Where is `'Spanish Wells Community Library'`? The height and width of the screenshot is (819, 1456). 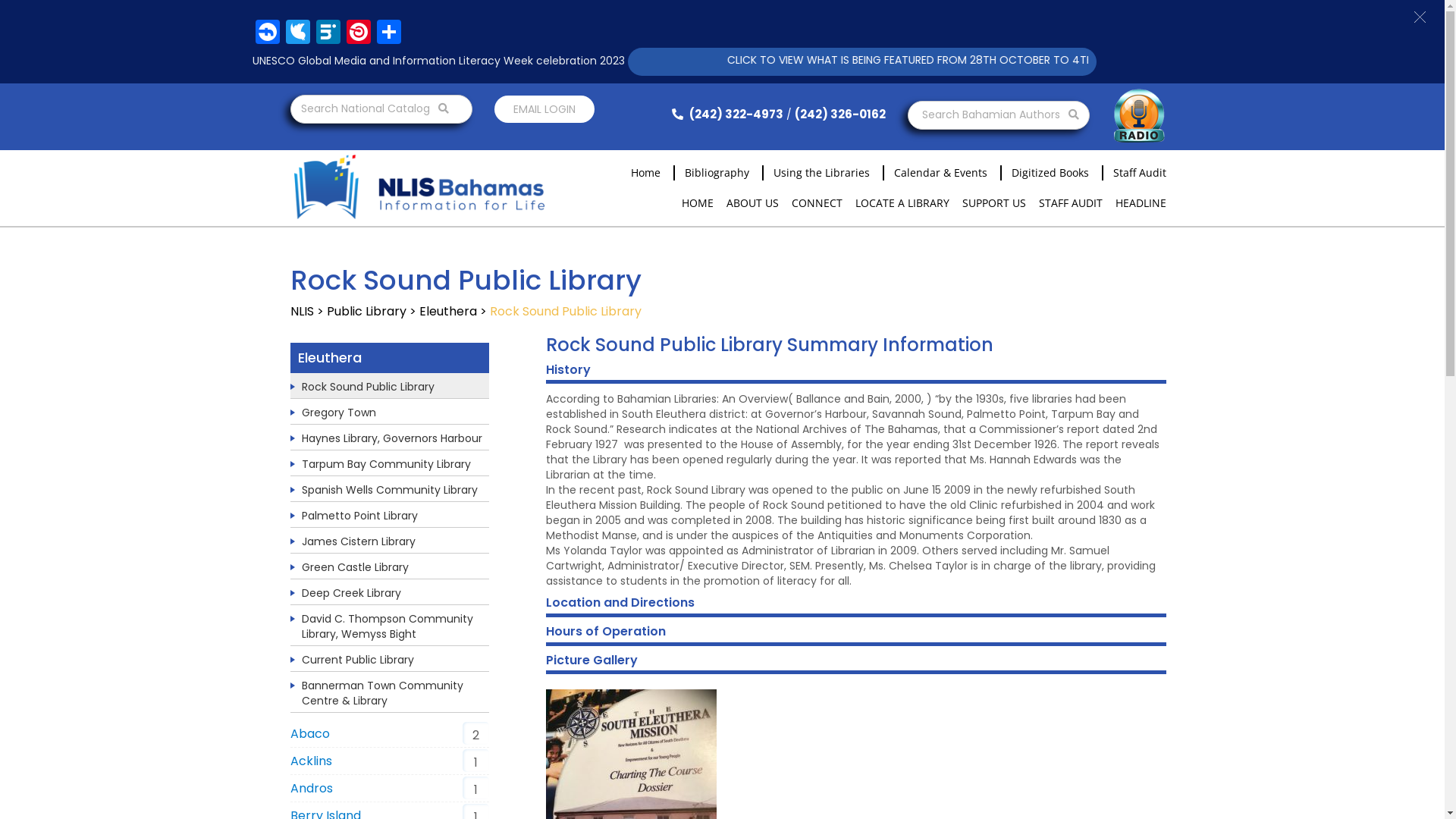 'Spanish Wells Community Library' is located at coordinates (302, 489).